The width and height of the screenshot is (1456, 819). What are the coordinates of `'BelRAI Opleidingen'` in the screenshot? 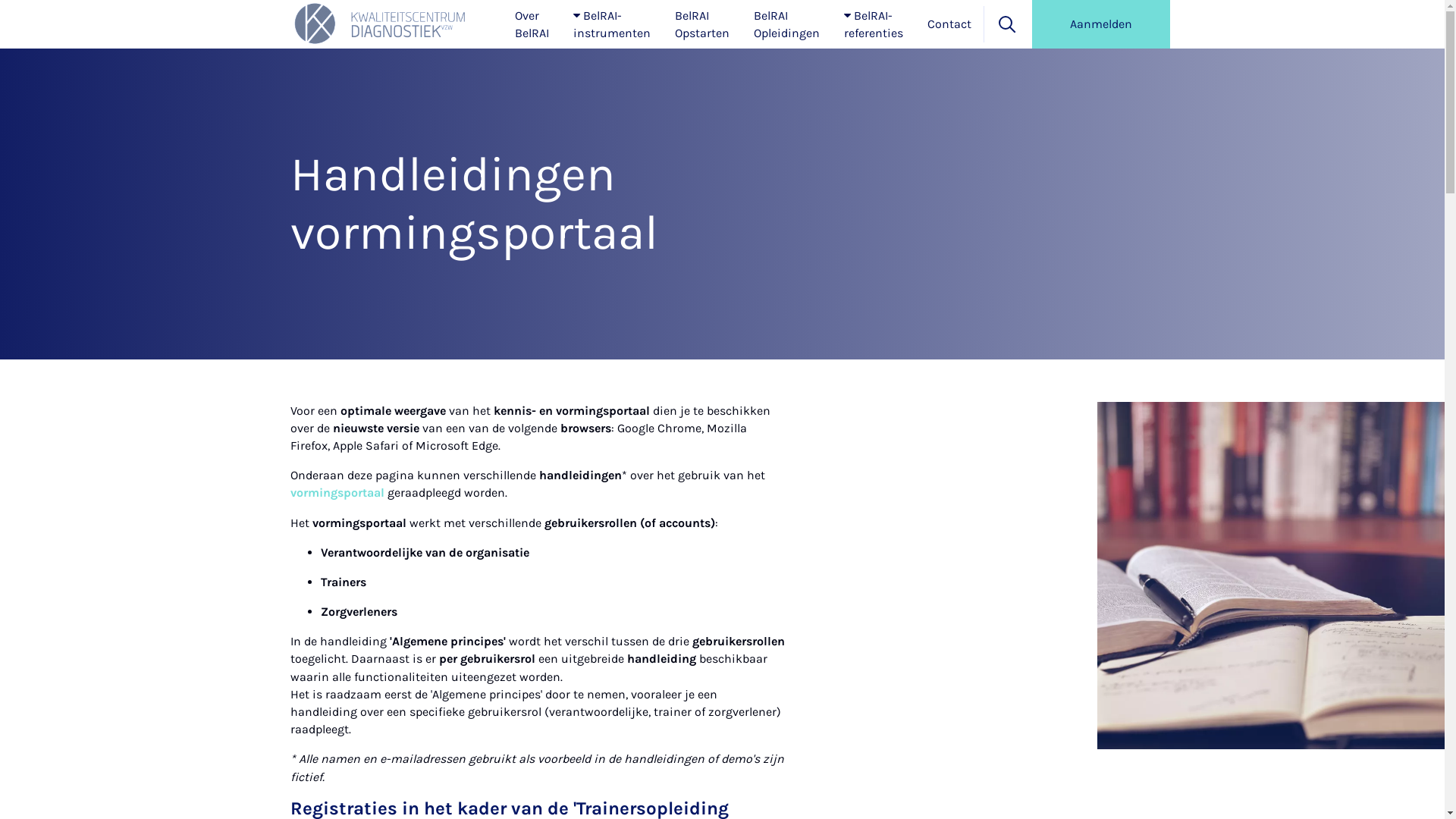 It's located at (786, 24).